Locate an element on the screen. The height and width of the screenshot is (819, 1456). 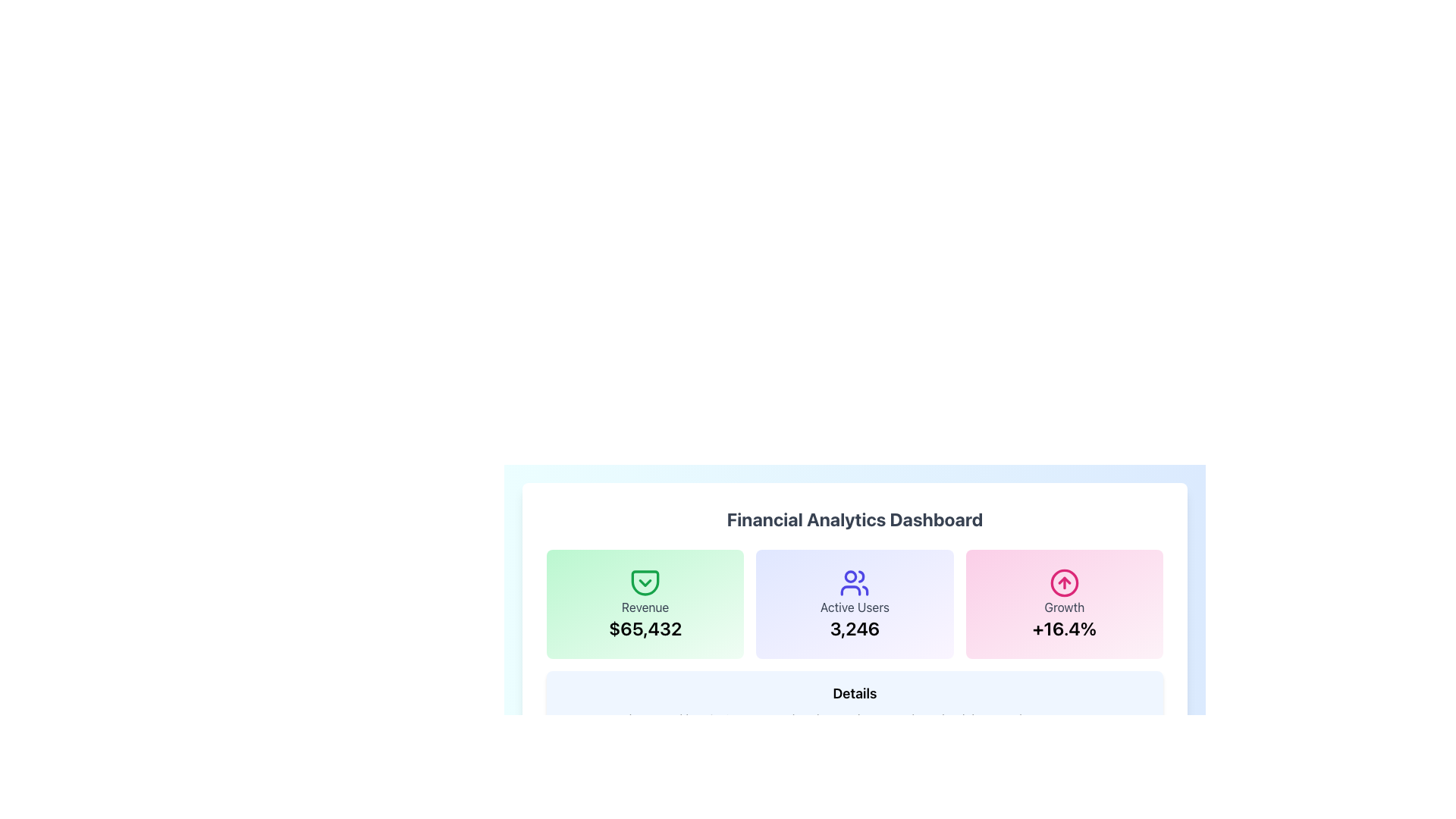
the Card element displaying the number of active users in the Financial Analytics Dashboard, centrally aligned within the three-column grid layout is located at coordinates (855, 604).